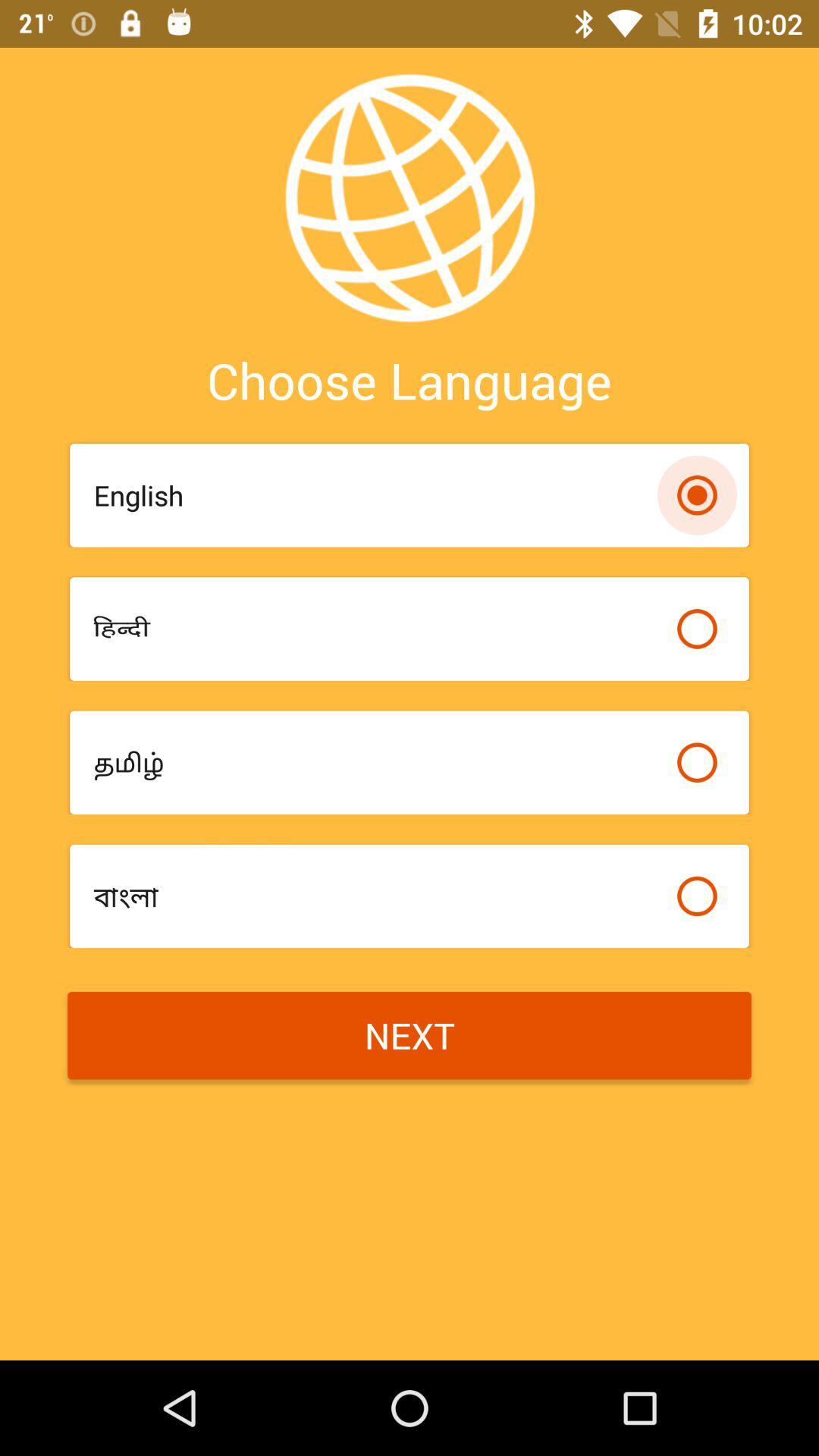 This screenshot has height=1456, width=819. I want to click on language, so click(697, 896).